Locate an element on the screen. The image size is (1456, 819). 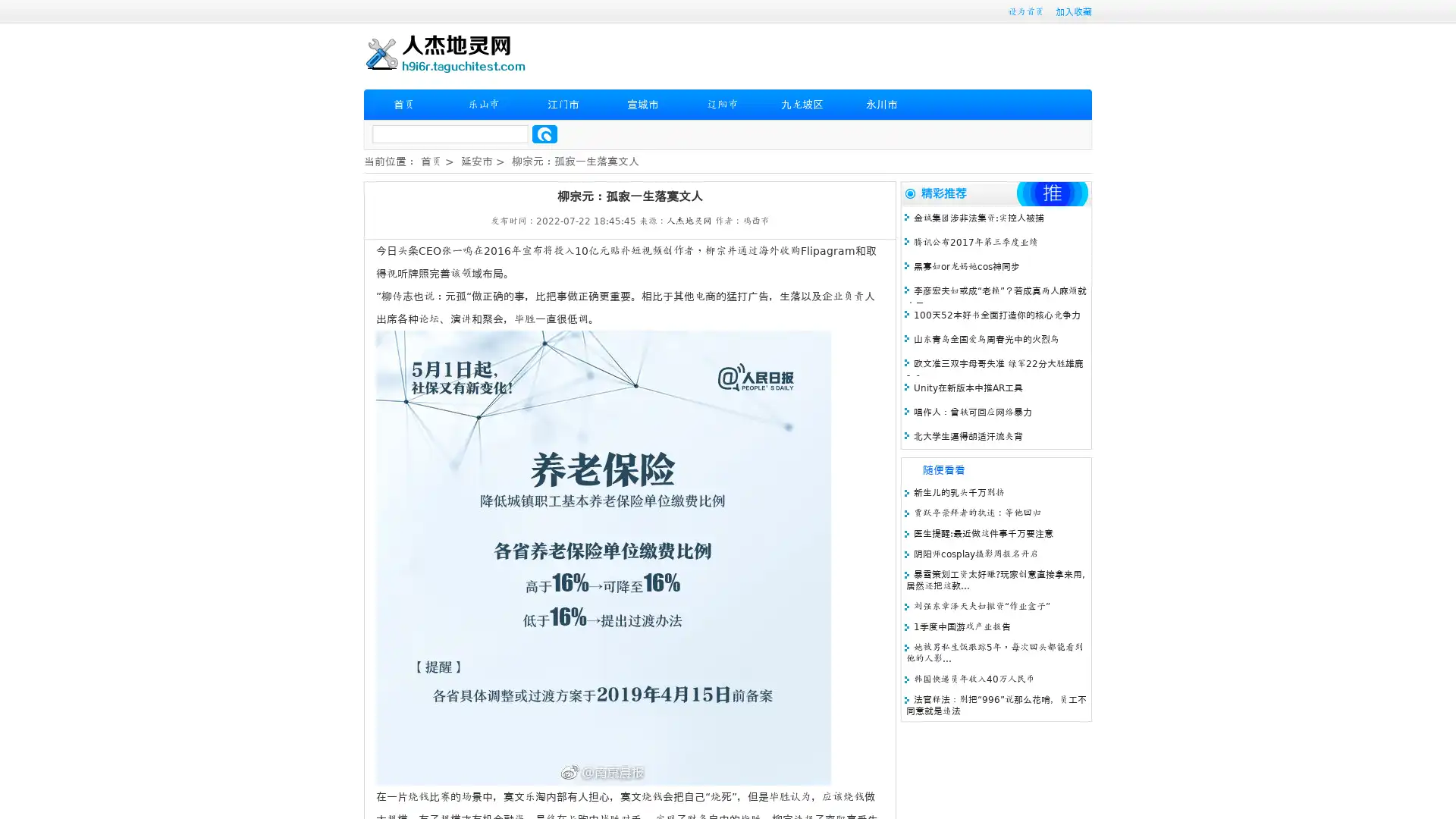
Search is located at coordinates (544, 133).